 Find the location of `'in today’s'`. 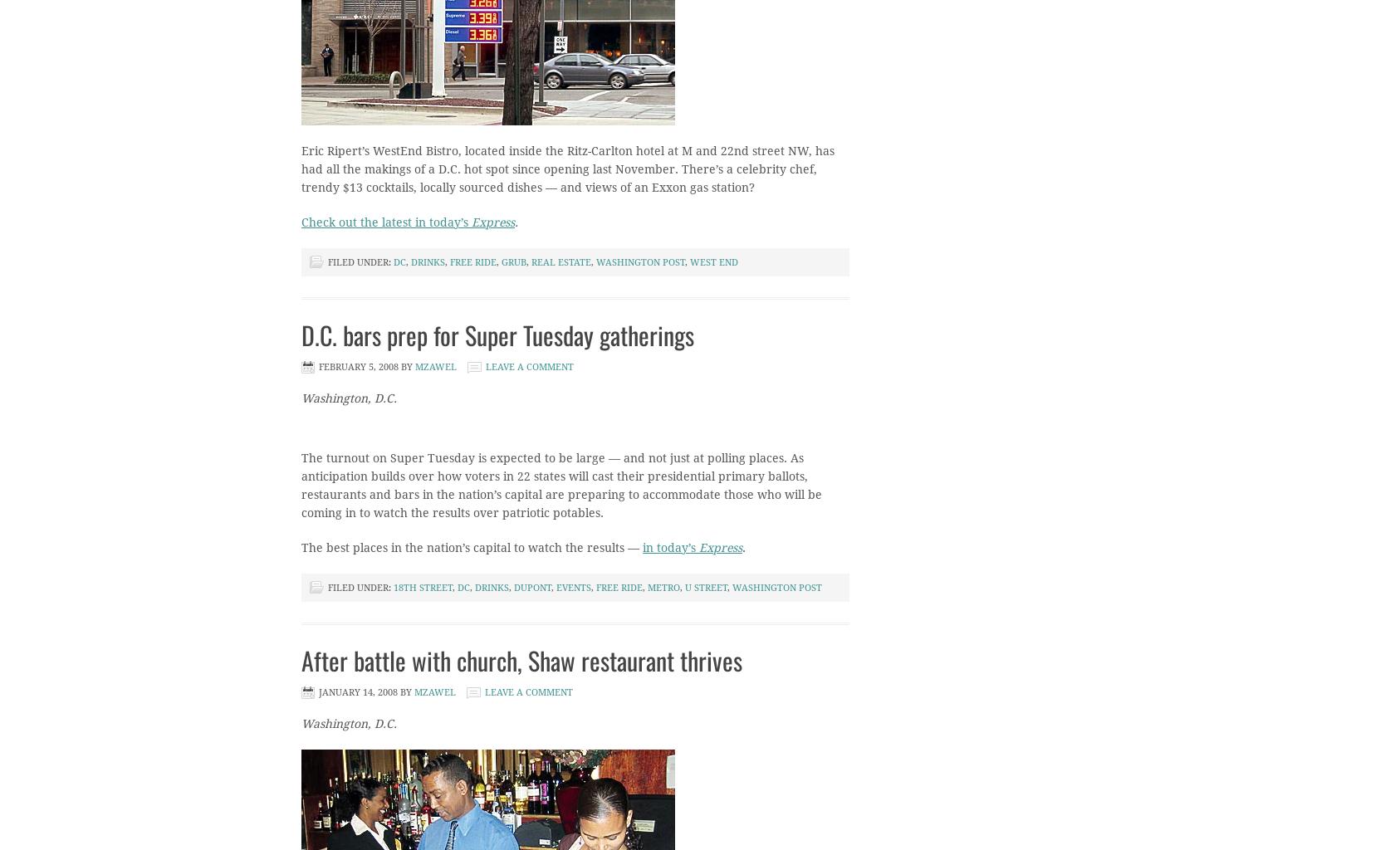

'in today’s' is located at coordinates (670, 546).